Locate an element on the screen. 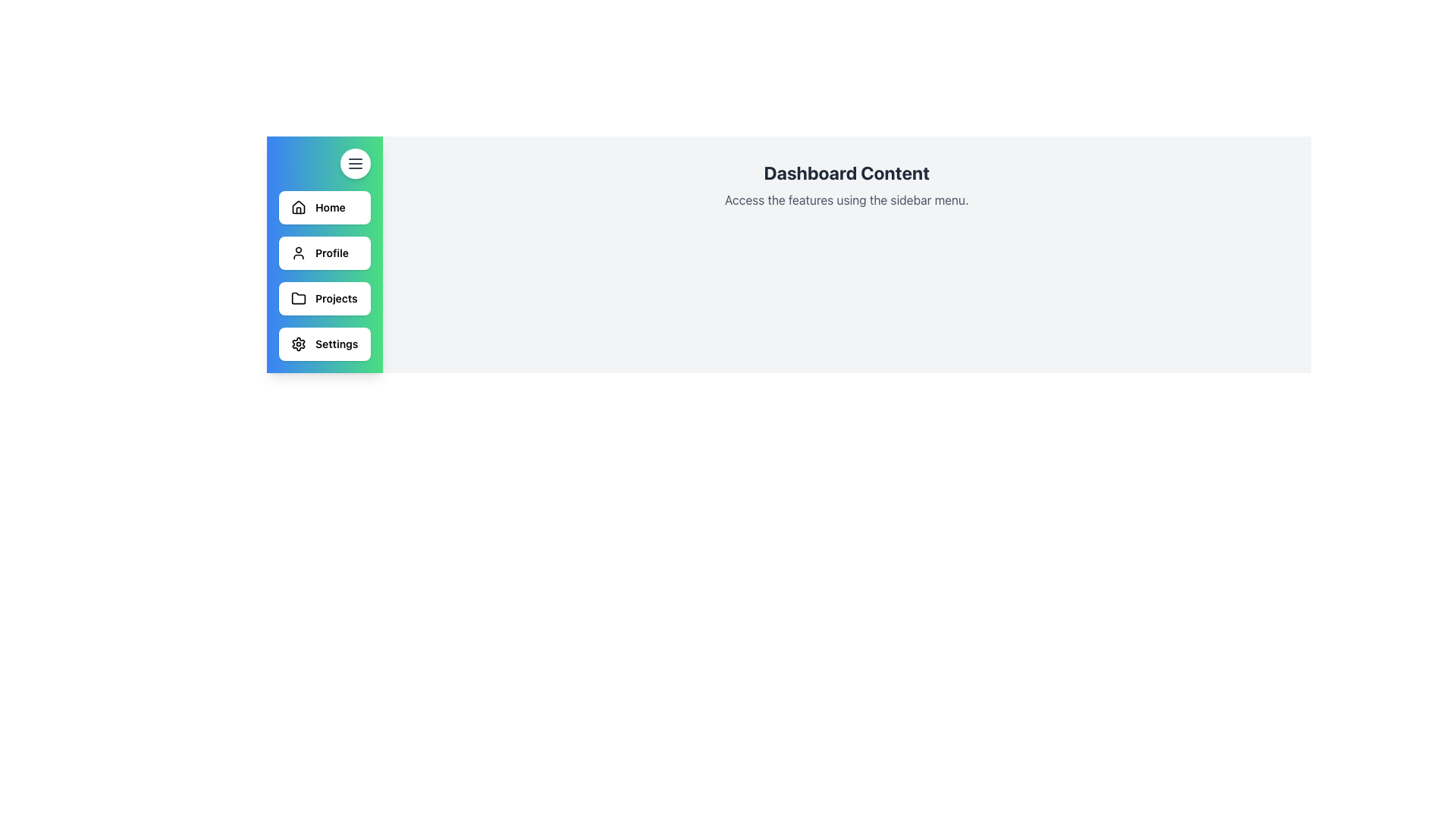 The width and height of the screenshot is (1456, 819). the 'Profile' text label in the sidebar menu, which is styled in bold black font and located to the right of the user profile icon is located at coordinates (331, 253).